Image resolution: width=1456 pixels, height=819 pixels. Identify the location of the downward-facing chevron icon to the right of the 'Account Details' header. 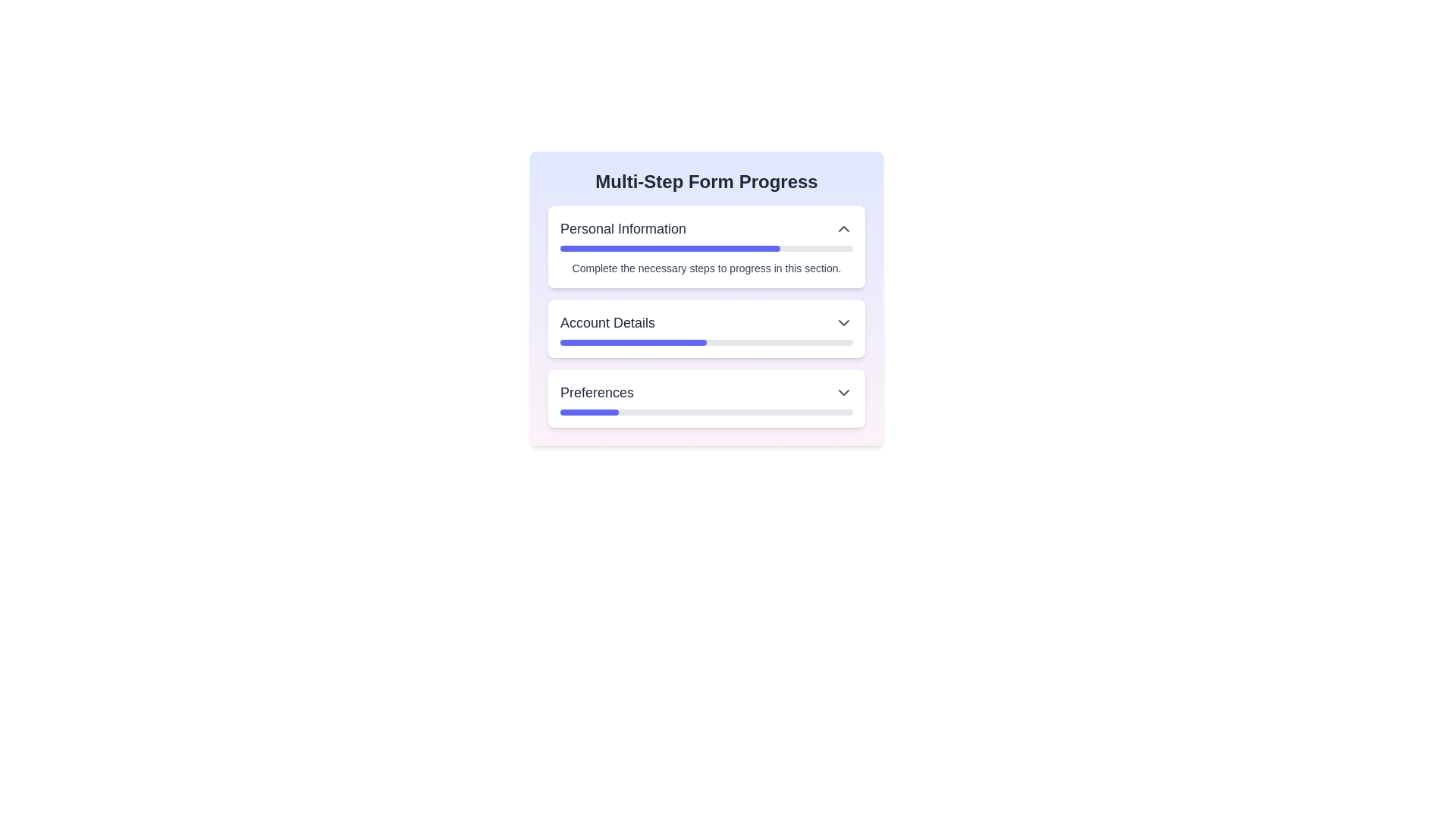
(843, 322).